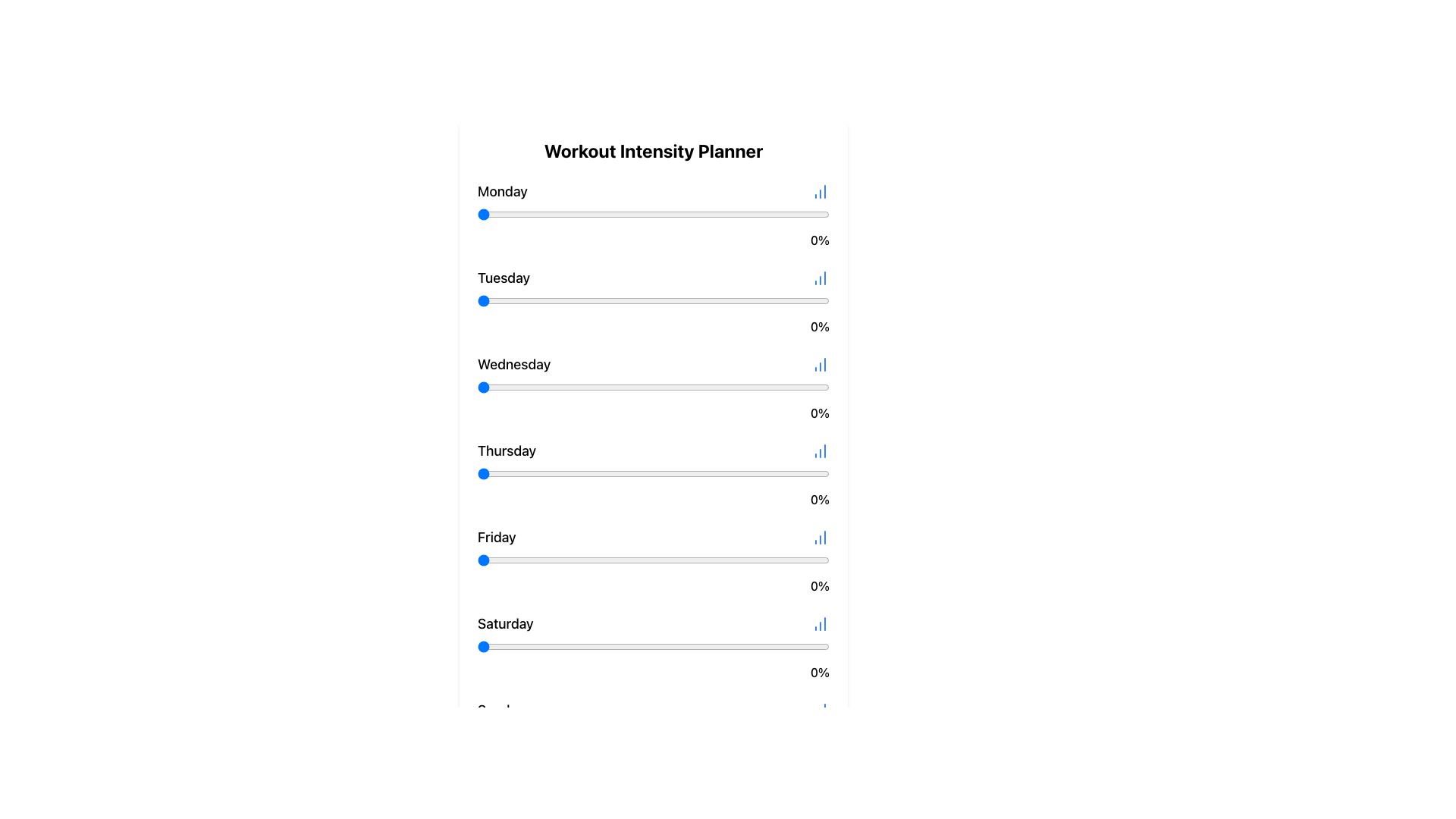 The image size is (1456, 819). Describe the element at coordinates (497, 537) in the screenshot. I see `the static text label that serves as a header for the Friday row in the planner` at that location.